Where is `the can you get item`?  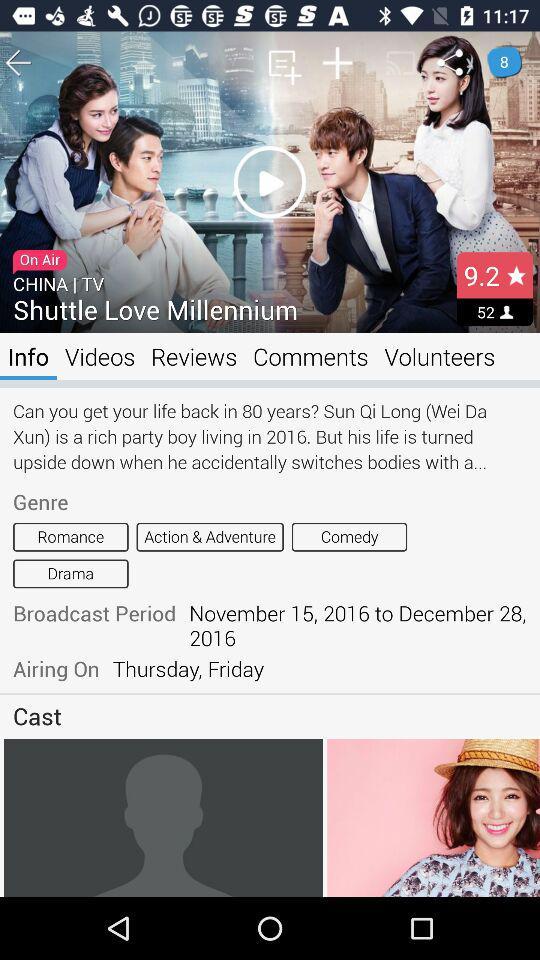
the can you get item is located at coordinates (270, 436).